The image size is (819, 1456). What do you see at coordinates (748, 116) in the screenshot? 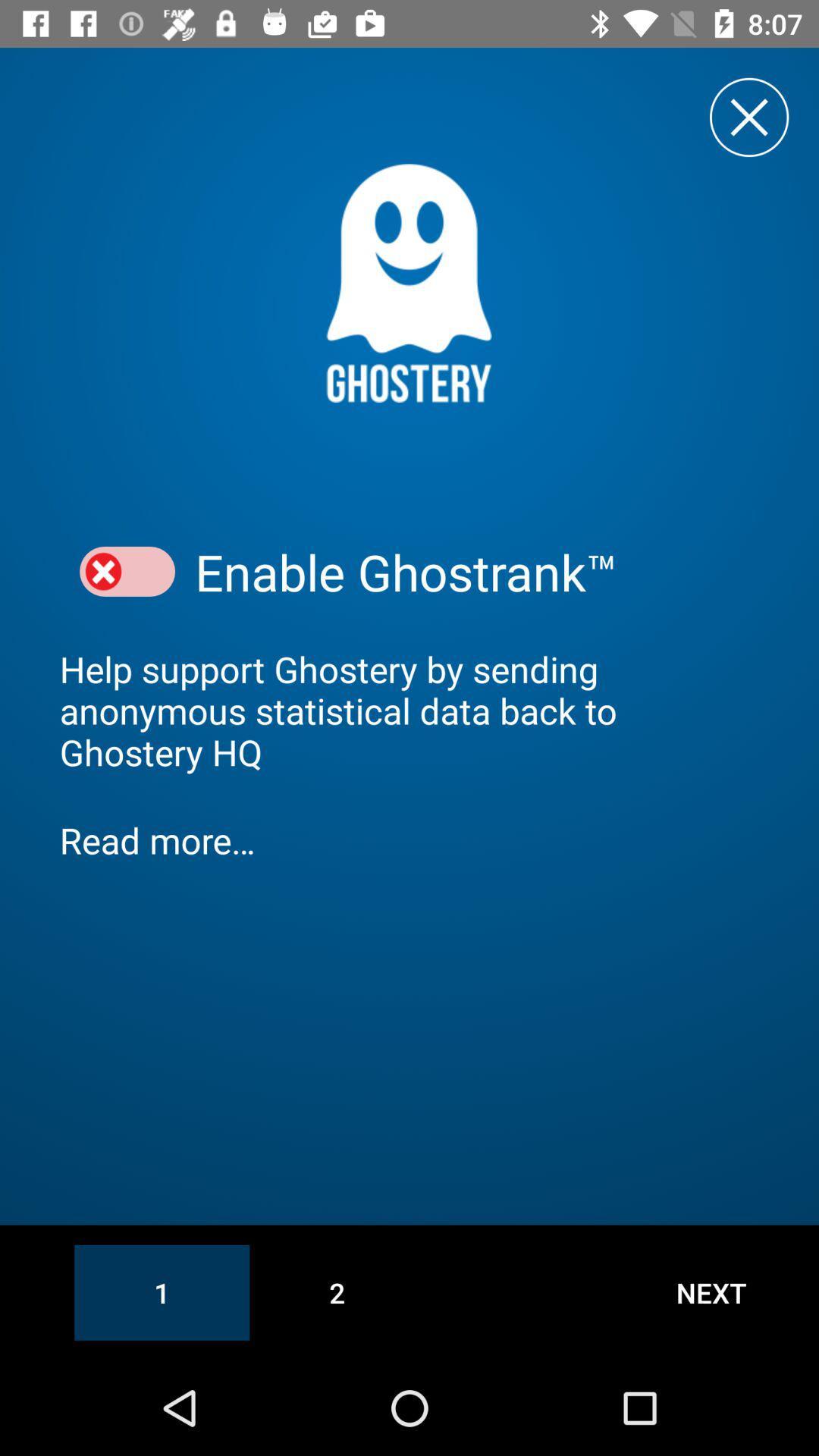
I see `exit` at bounding box center [748, 116].